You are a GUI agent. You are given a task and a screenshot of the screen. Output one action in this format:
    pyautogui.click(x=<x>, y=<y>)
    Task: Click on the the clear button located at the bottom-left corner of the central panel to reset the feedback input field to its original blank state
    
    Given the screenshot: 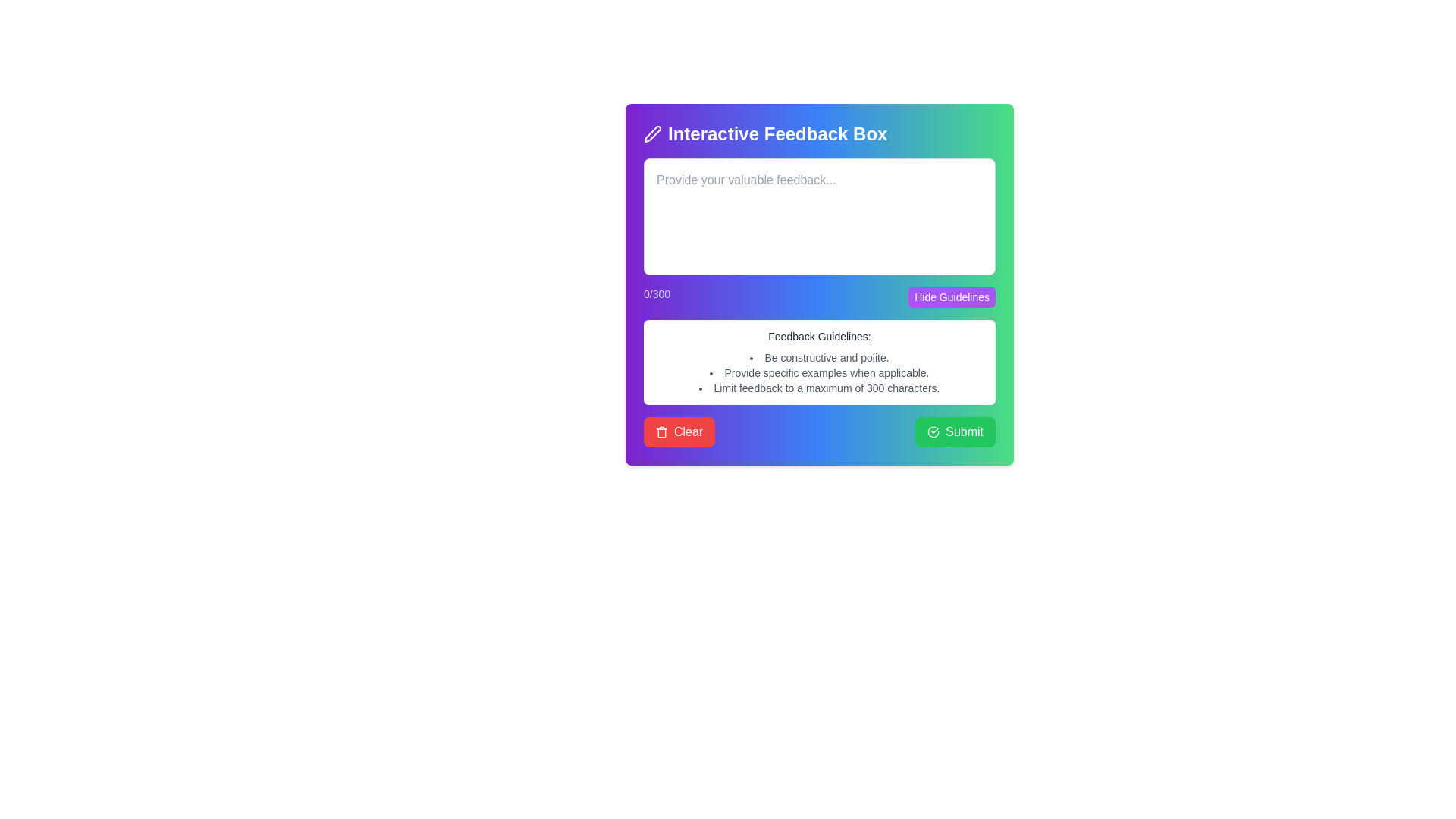 What is the action you would take?
    pyautogui.click(x=679, y=432)
    